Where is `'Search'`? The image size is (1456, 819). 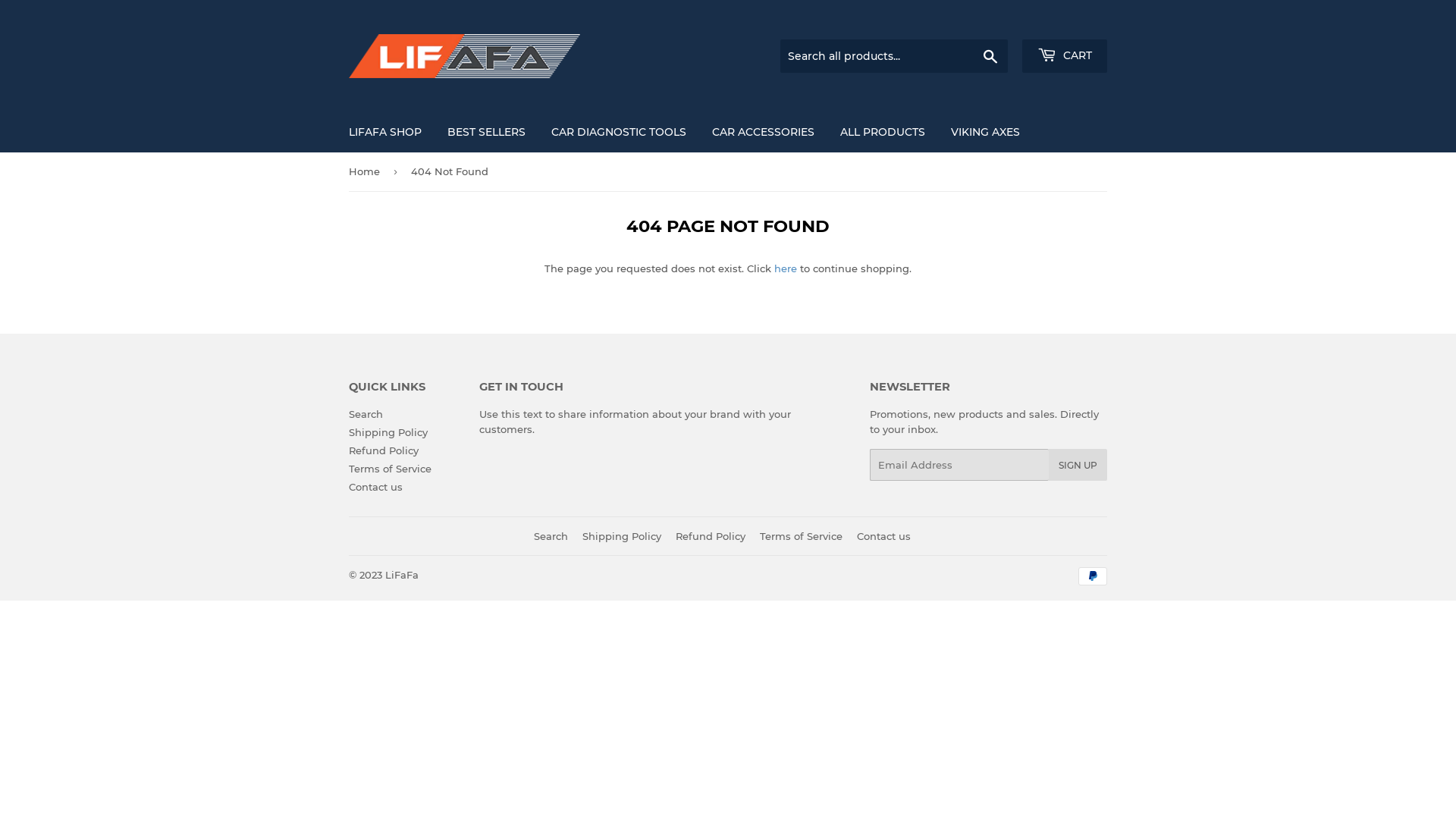 'Search' is located at coordinates (366, 414).